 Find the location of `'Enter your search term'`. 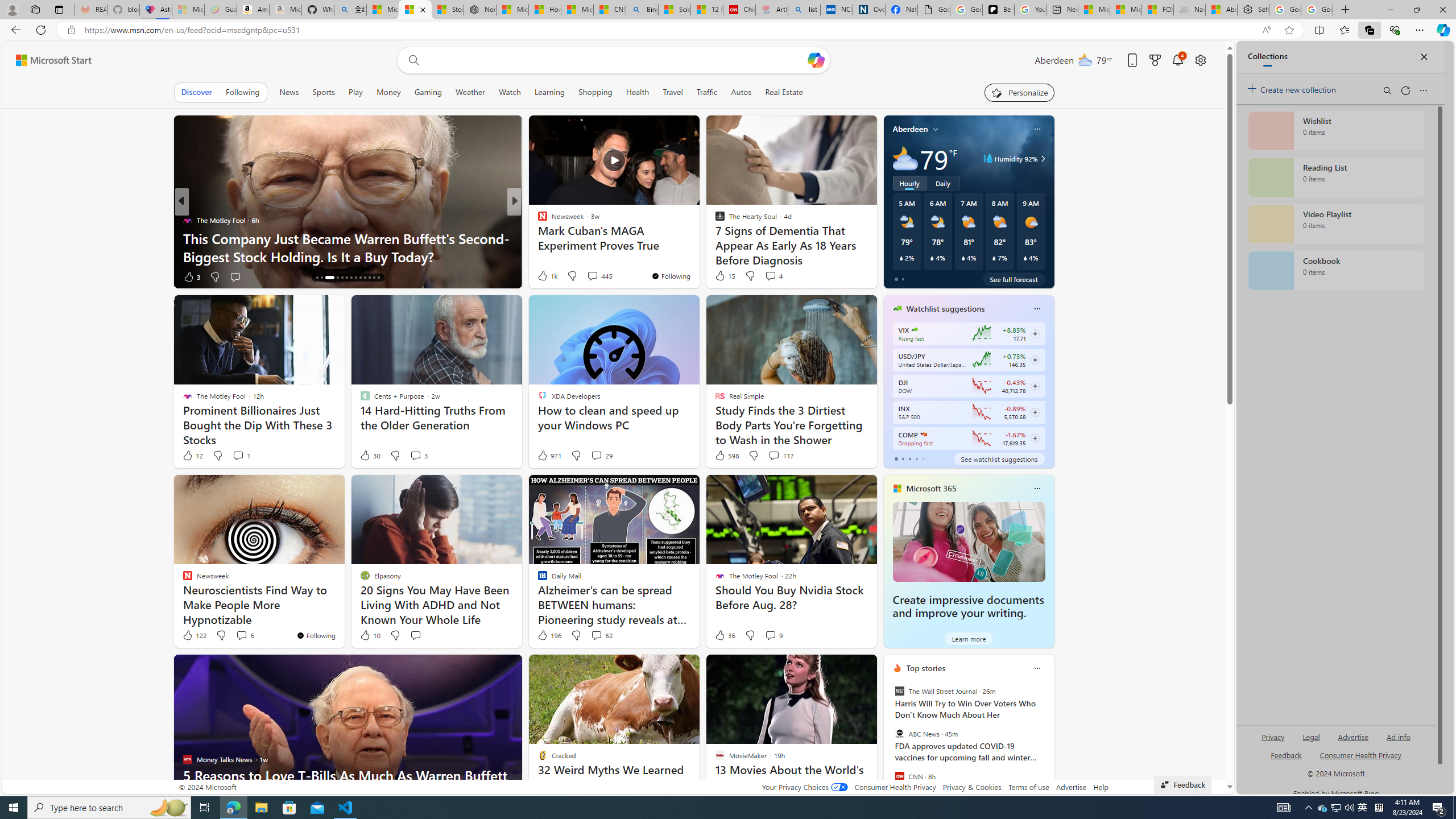

'Enter your search term' is located at coordinates (617, 59).